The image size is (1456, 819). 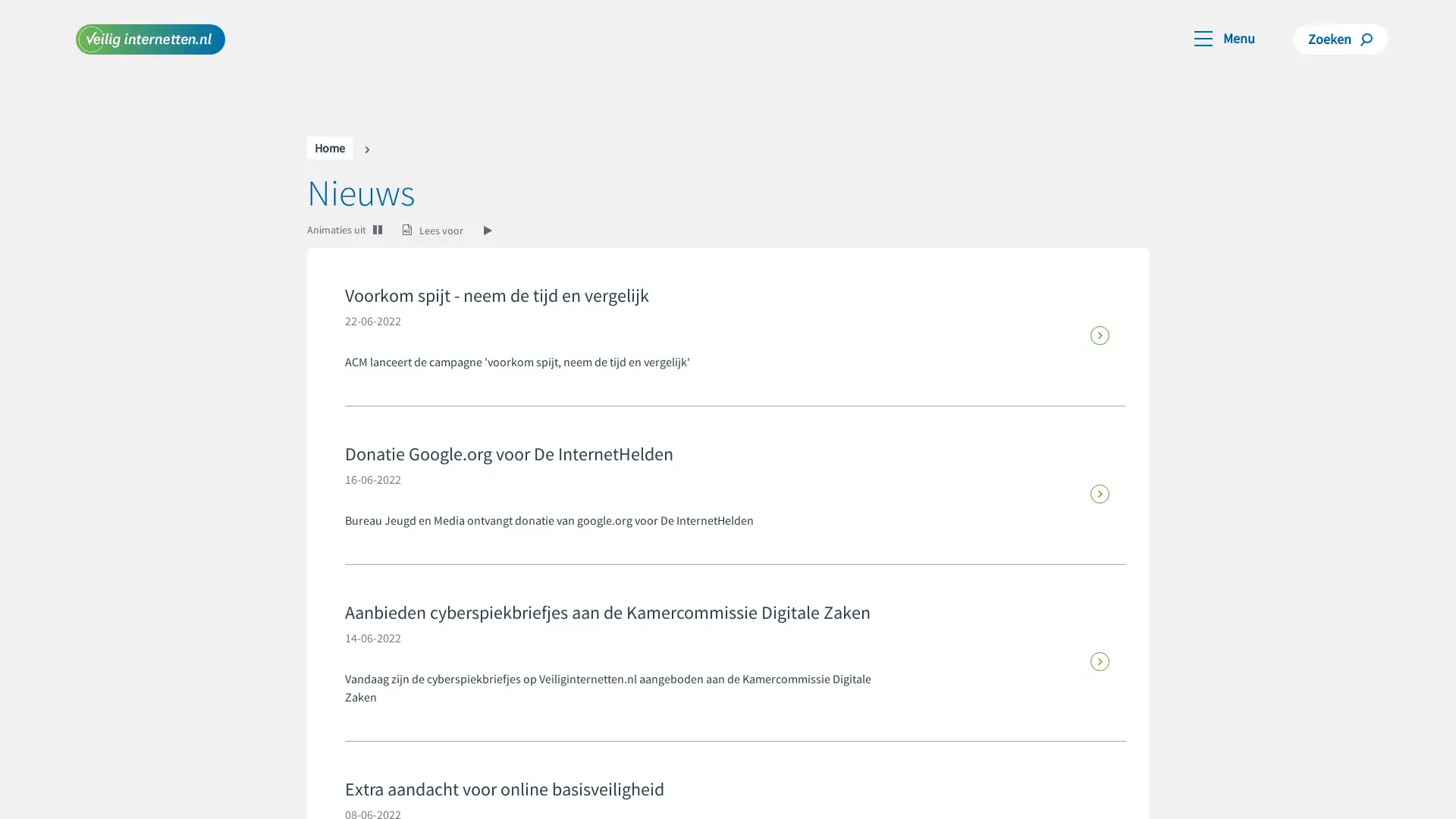 I want to click on Toggle navigation Menu, so click(x=1224, y=36).